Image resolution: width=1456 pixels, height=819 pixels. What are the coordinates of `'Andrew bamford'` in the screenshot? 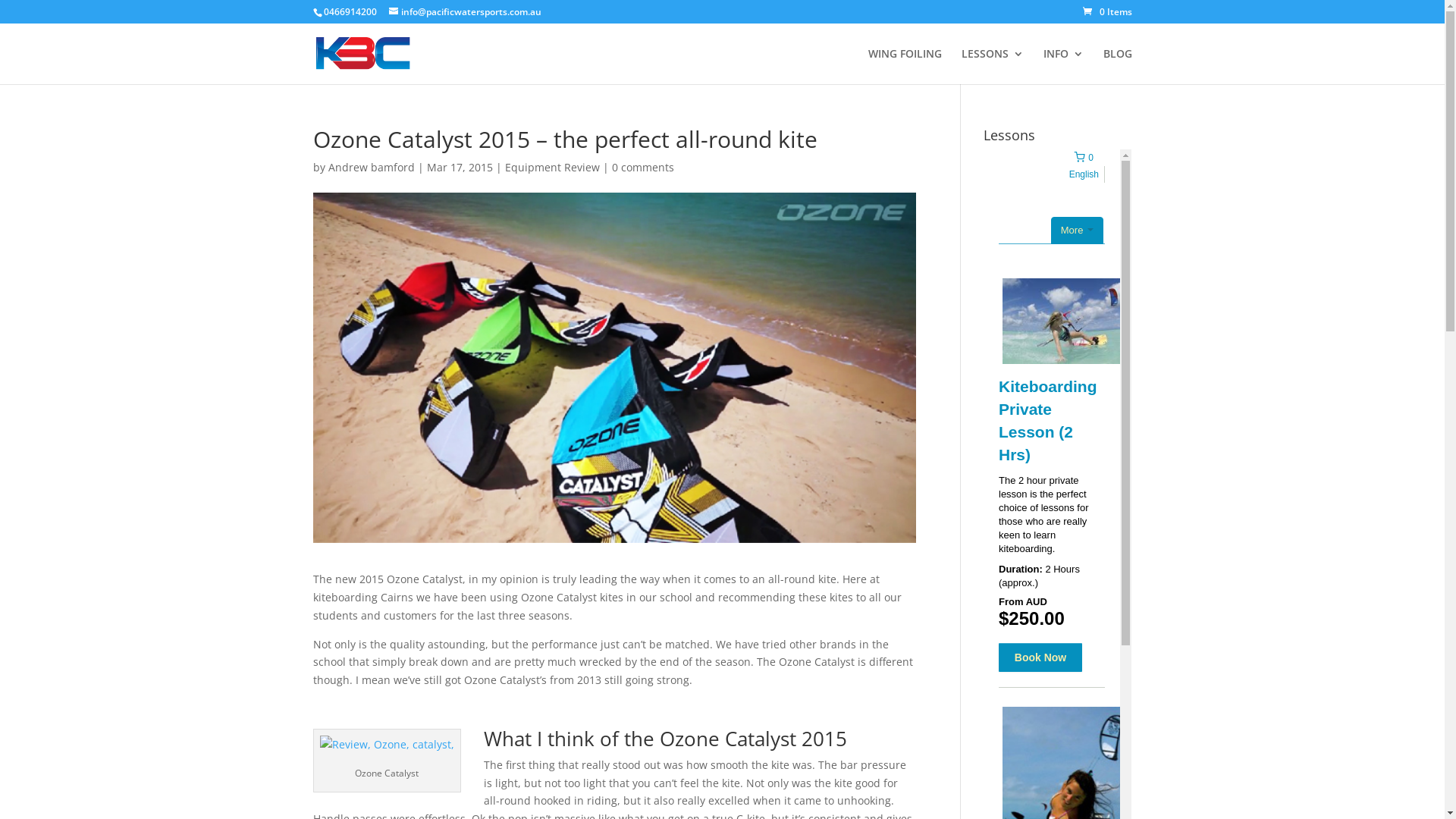 It's located at (371, 167).